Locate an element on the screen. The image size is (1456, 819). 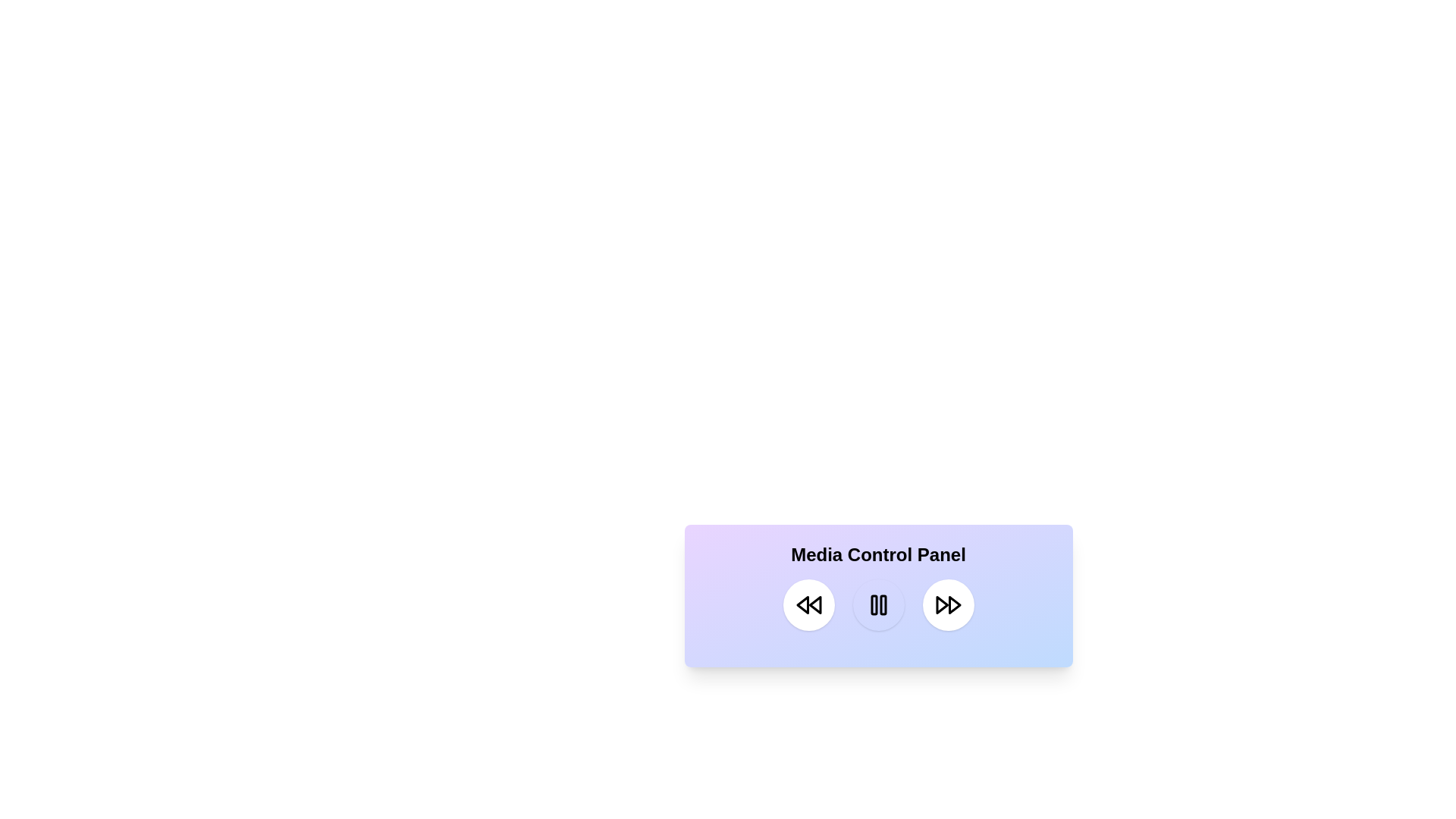
the second triangular fast-forward icon, which is located on the far right side of the media control panel, to the right of the central pause button is located at coordinates (941, 604).